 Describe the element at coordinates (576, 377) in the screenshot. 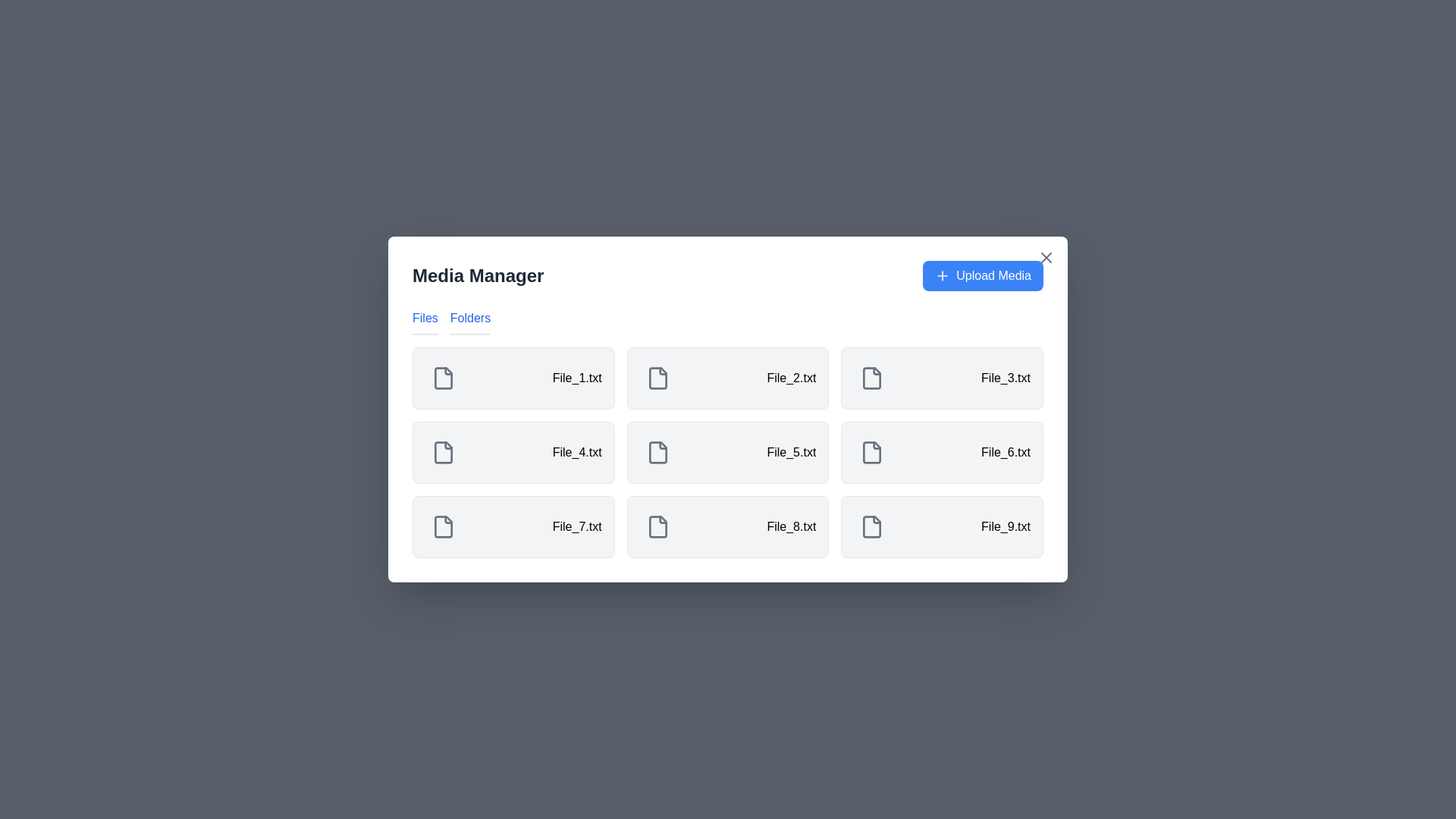

I see `the text label displaying the file name 'File_1.txt', which is located in the top-left corner of the file manager grid layout and is part of the first entry in the list` at that location.